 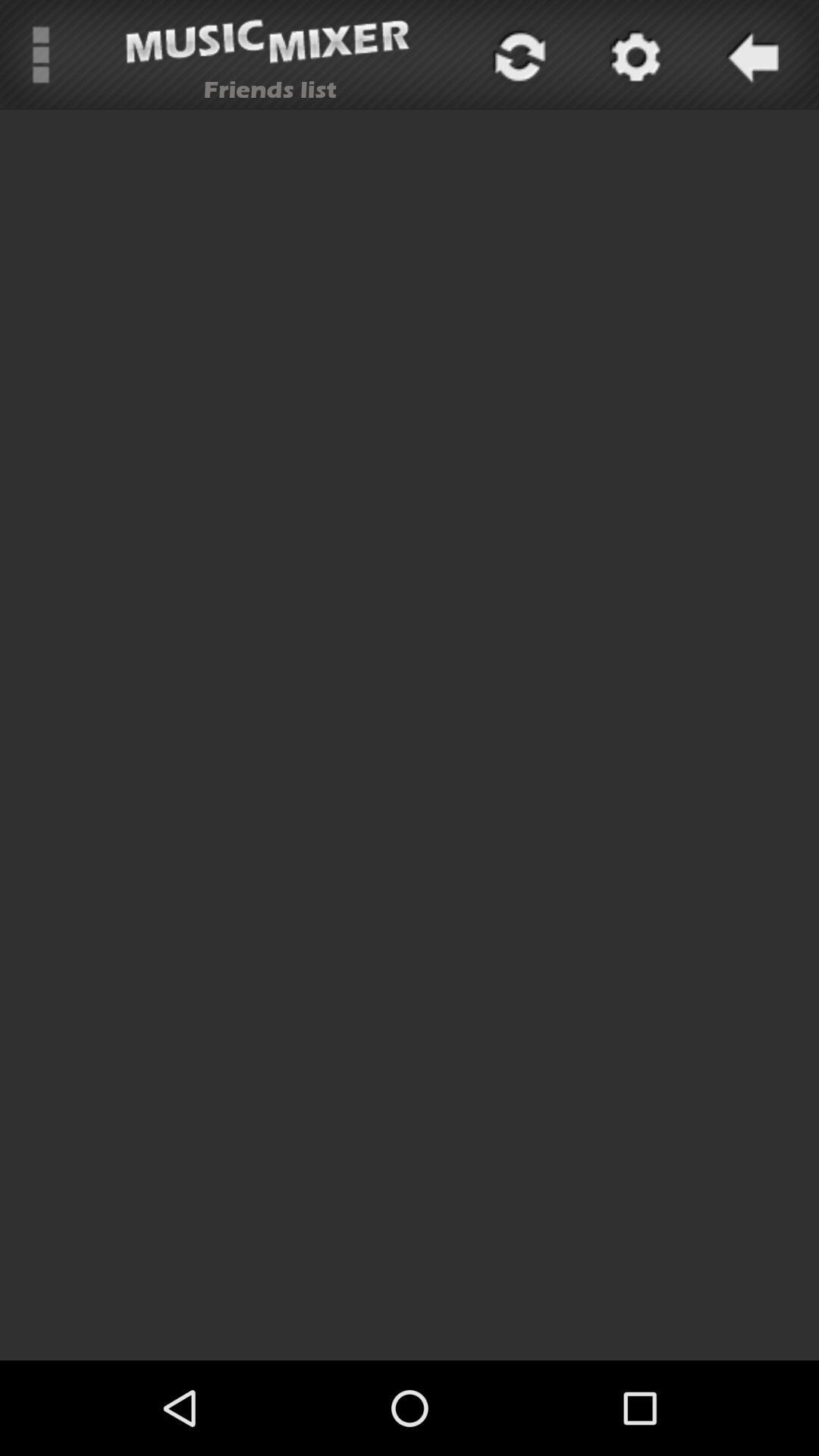 What do you see at coordinates (40, 55) in the screenshot?
I see `item to the left of the friends list app` at bounding box center [40, 55].